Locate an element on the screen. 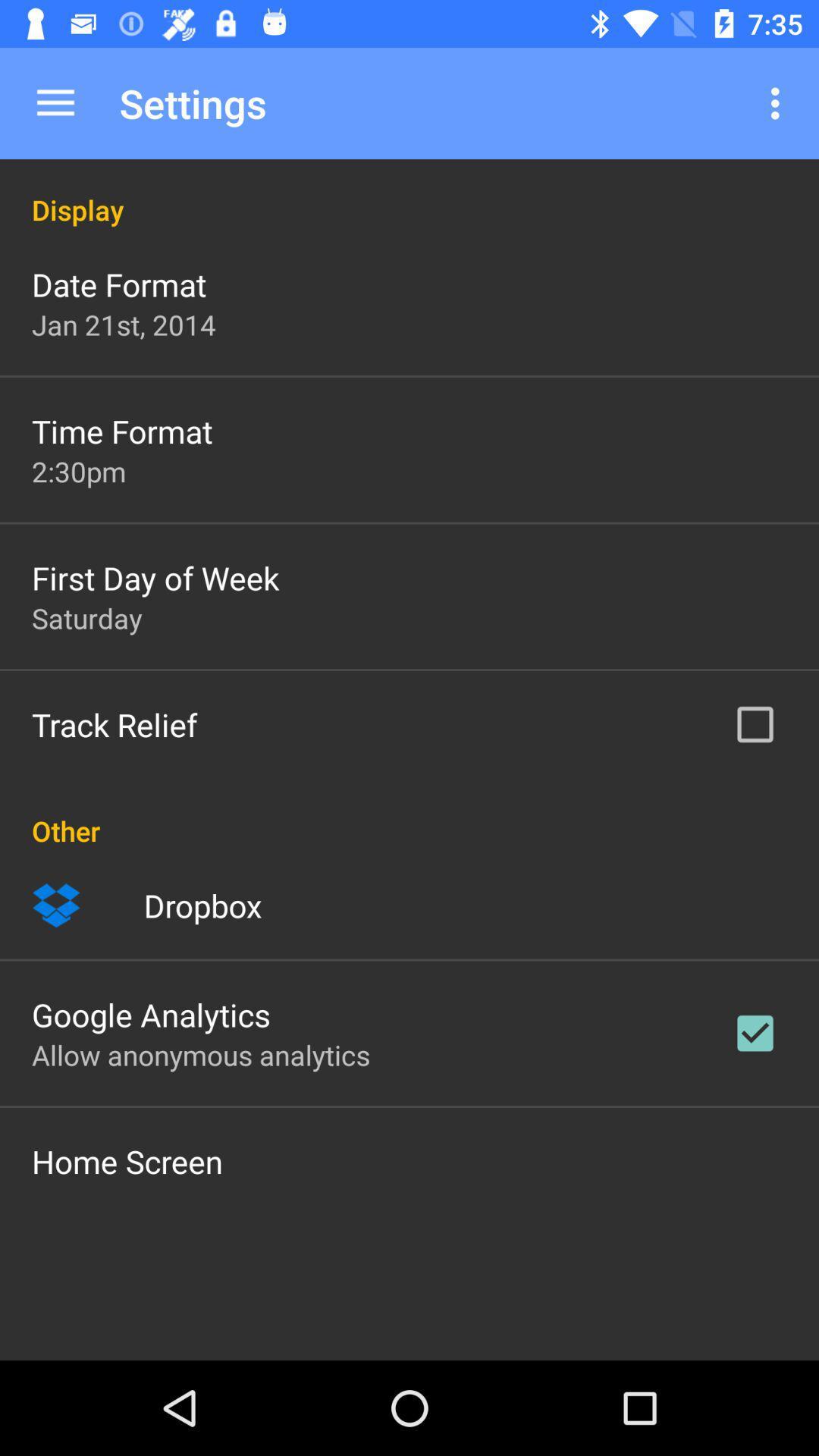 Image resolution: width=819 pixels, height=1456 pixels. the item below the other icon is located at coordinates (55, 905).